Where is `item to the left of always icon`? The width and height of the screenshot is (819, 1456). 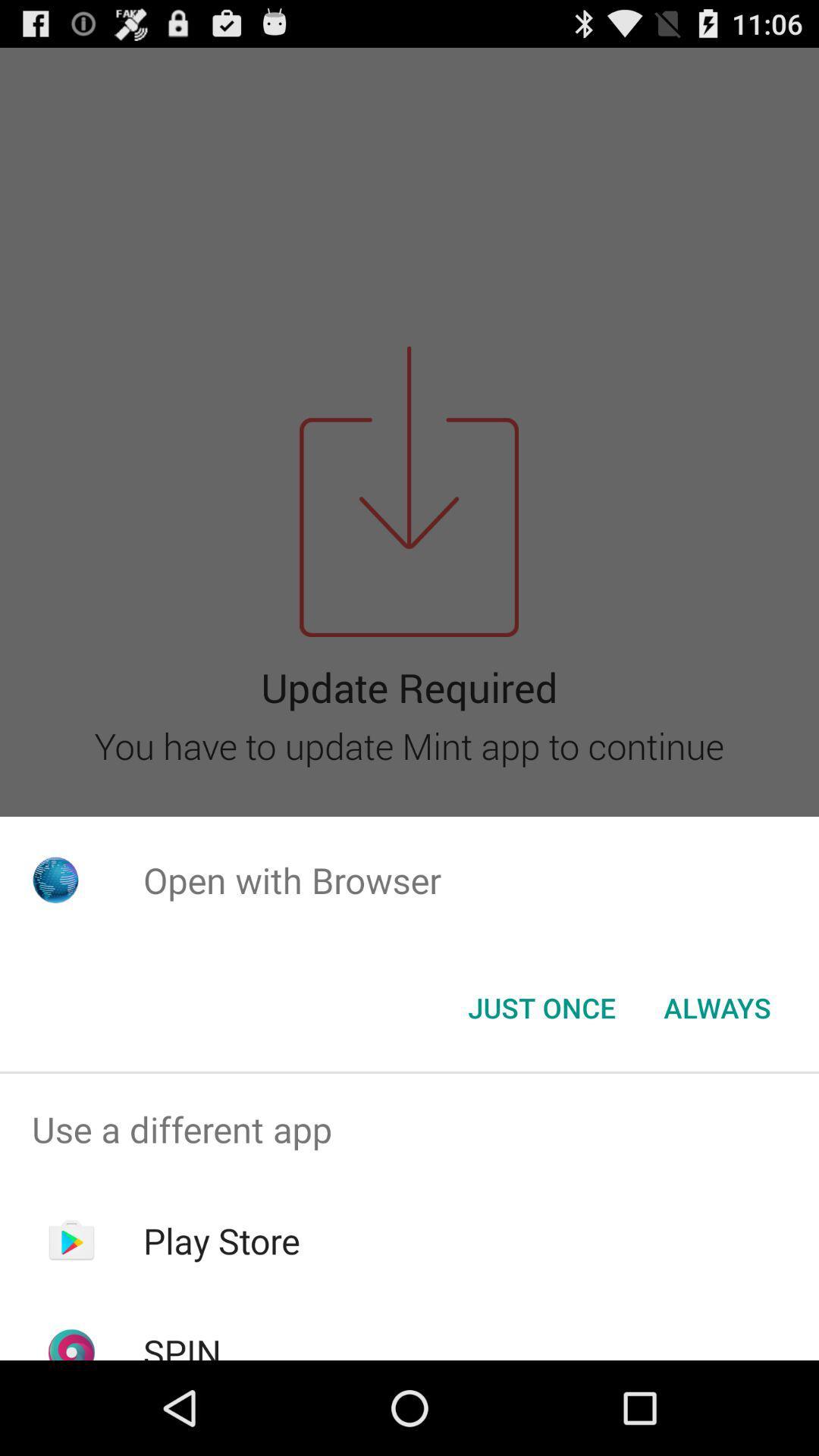 item to the left of always icon is located at coordinates (541, 1008).